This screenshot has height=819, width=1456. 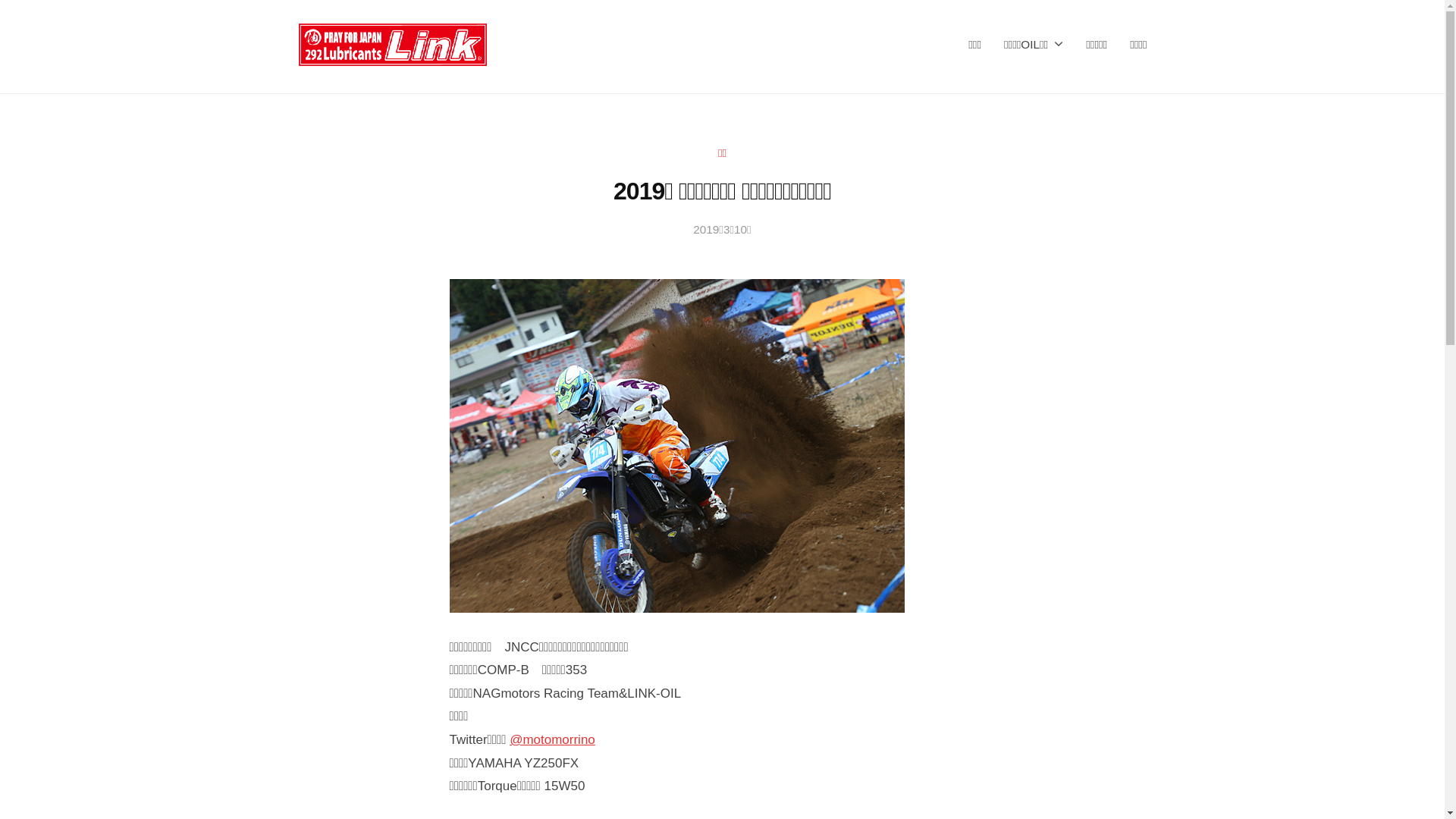 I want to click on '@motomorrino', so click(x=551, y=739).